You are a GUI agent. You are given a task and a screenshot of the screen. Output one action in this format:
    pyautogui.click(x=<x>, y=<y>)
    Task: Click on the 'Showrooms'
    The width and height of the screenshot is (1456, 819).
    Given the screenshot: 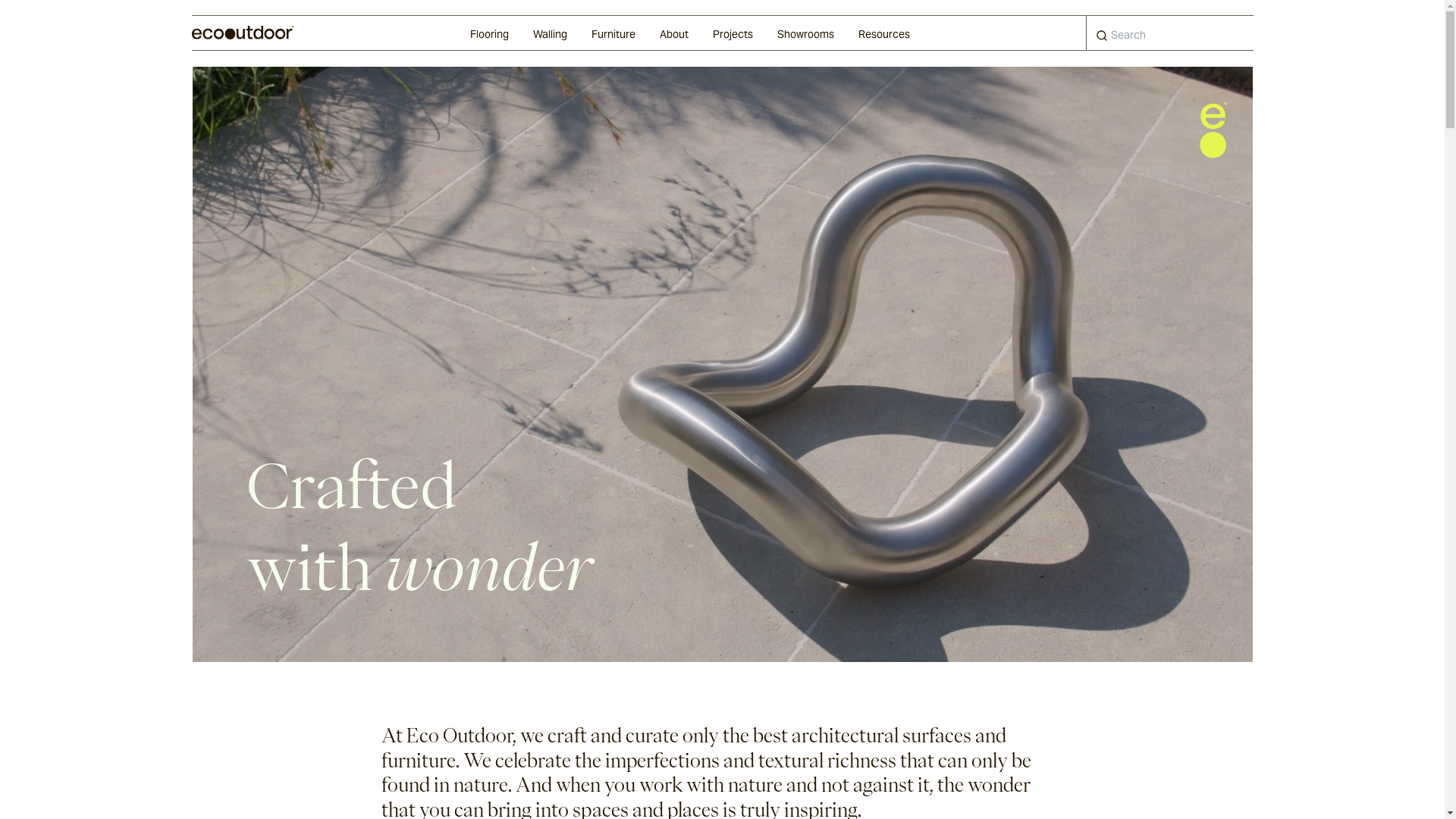 What is the action you would take?
    pyautogui.click(x=804, y=33)
    